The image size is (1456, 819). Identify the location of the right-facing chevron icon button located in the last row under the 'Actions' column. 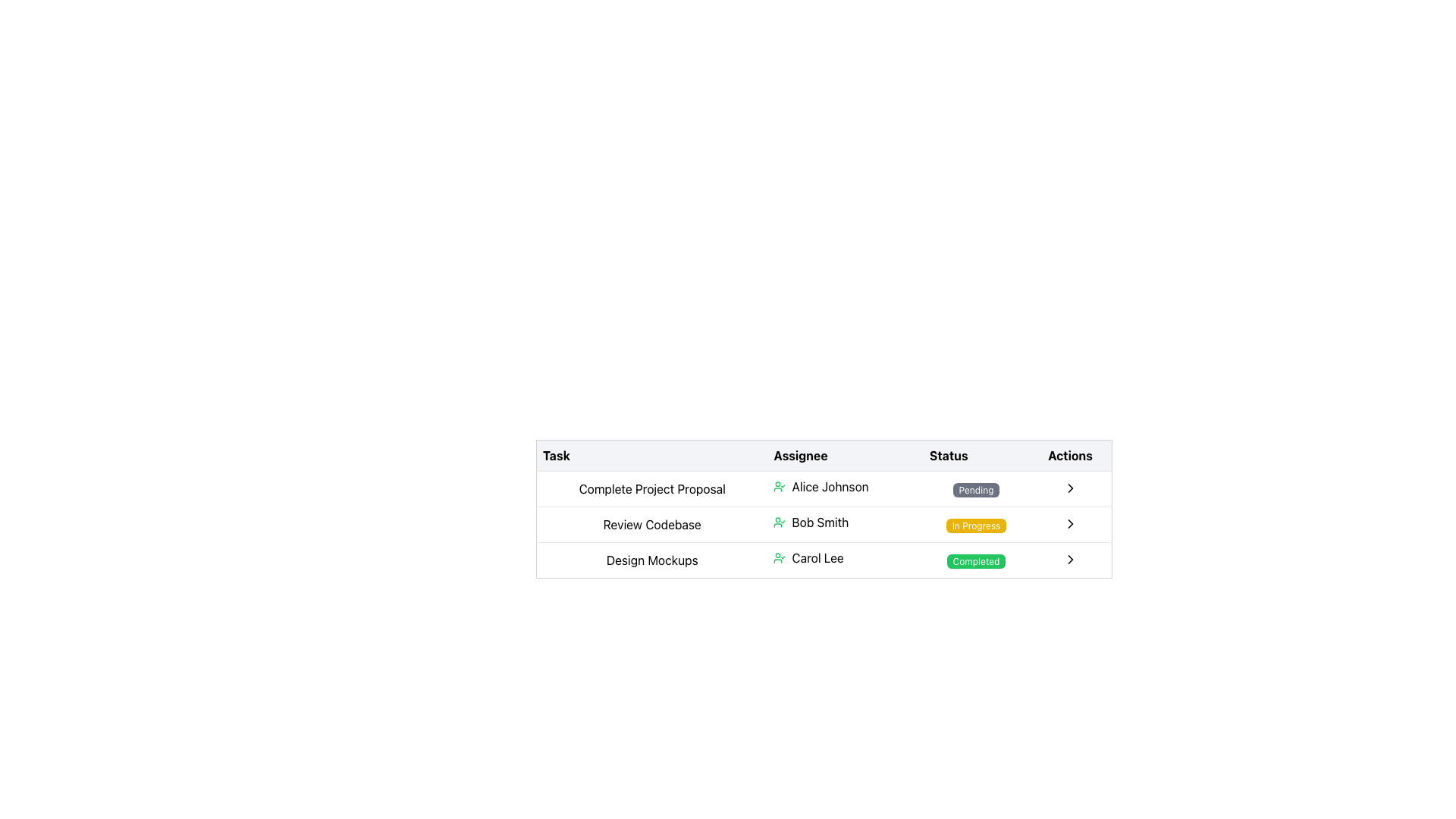
(1069, 559).